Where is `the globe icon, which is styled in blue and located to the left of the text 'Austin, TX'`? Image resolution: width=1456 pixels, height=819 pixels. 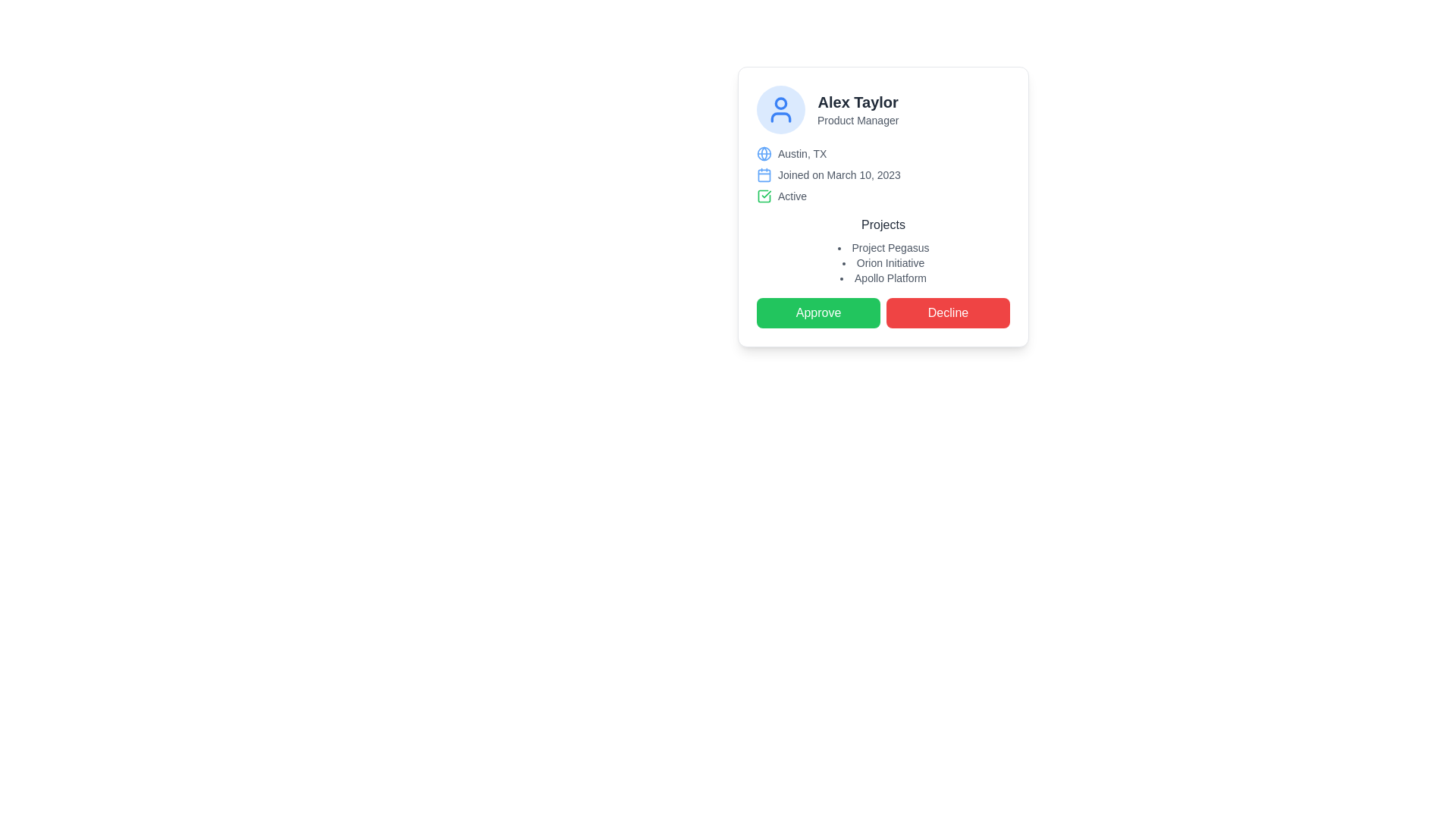
the globe icon, which is styled in blue and located to the left of the text 'Austin, TX' is located at coordinates (764, 154).